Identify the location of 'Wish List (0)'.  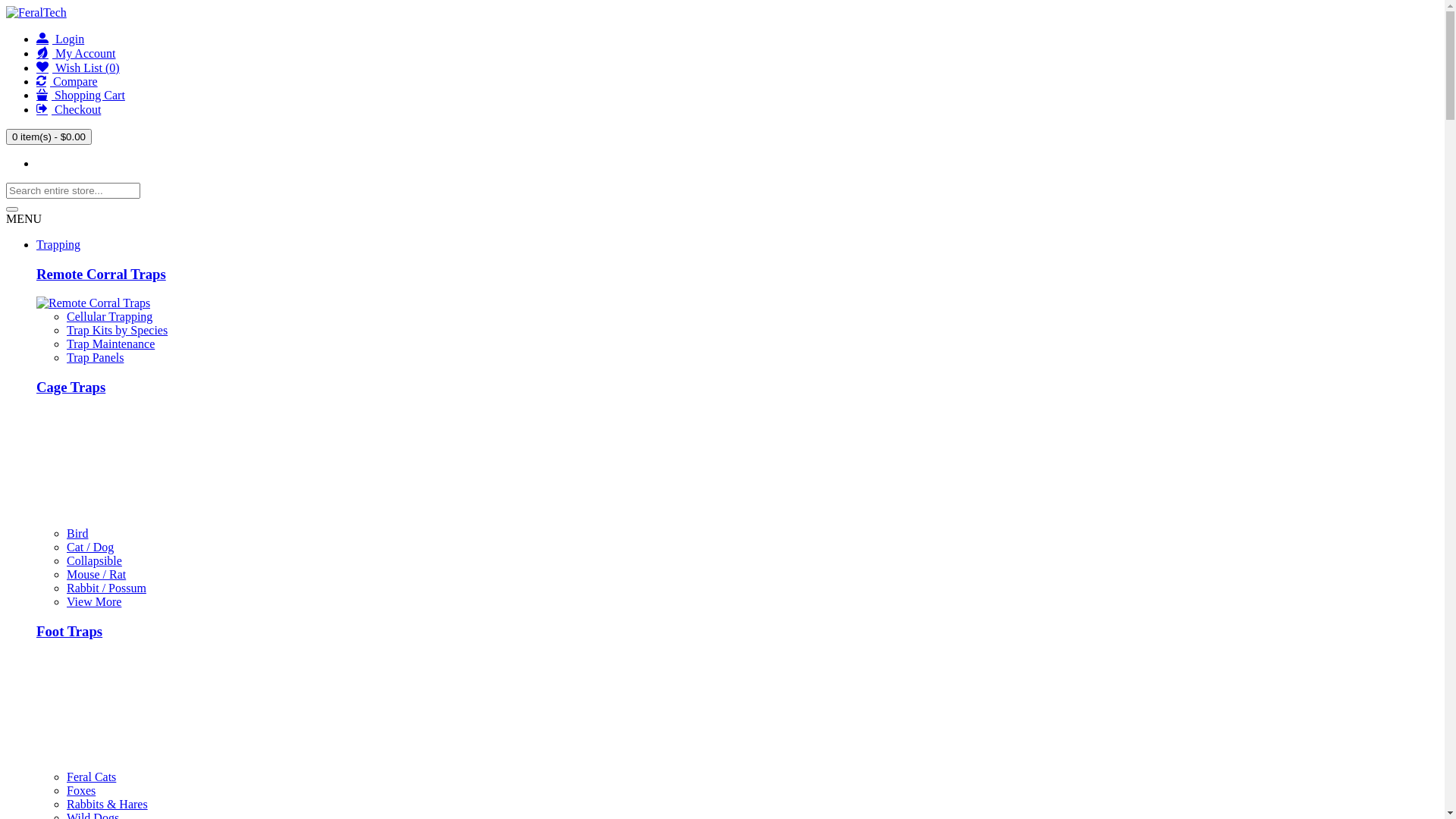
(77, 67).